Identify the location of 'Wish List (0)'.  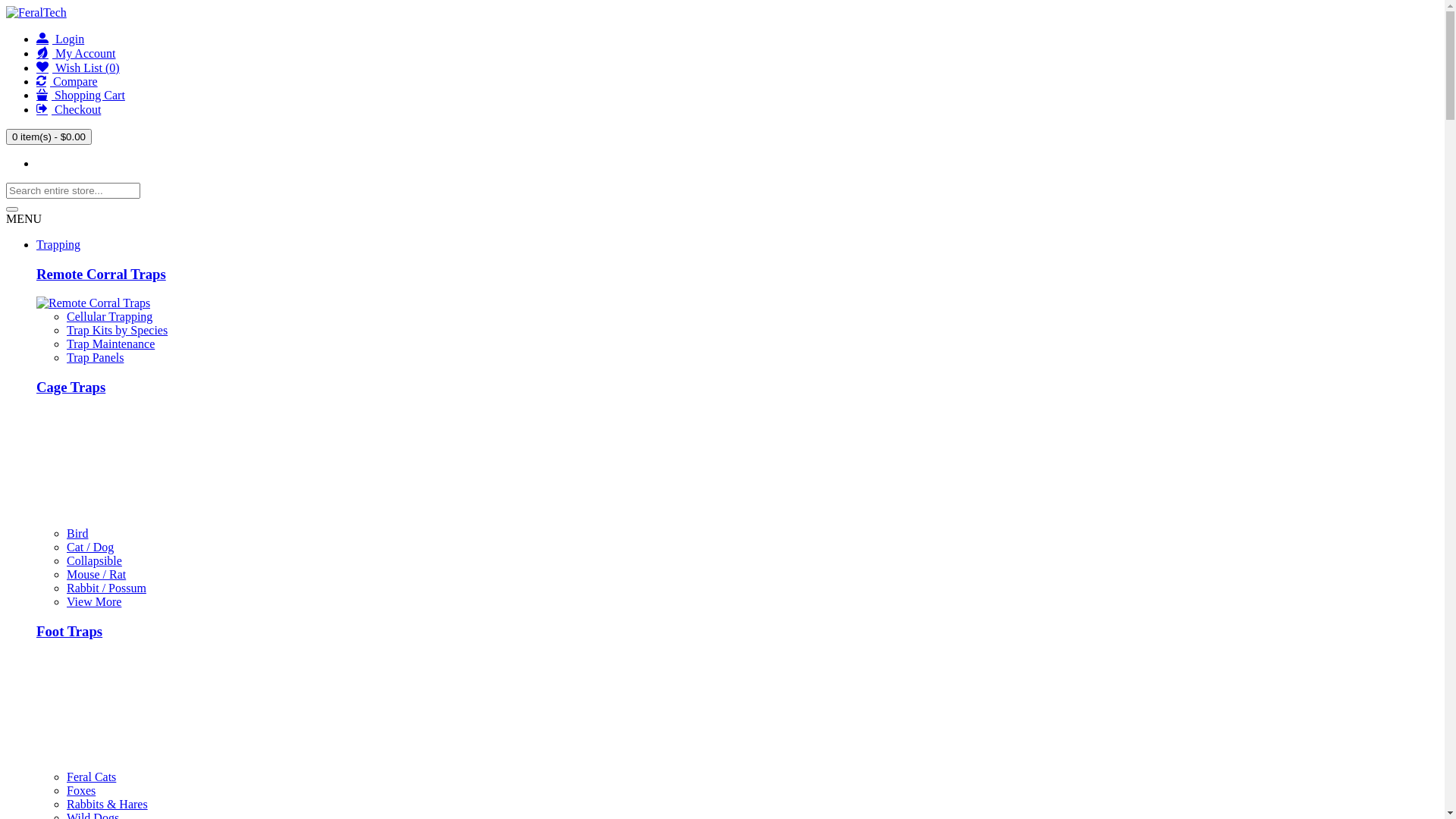
(77, 67).